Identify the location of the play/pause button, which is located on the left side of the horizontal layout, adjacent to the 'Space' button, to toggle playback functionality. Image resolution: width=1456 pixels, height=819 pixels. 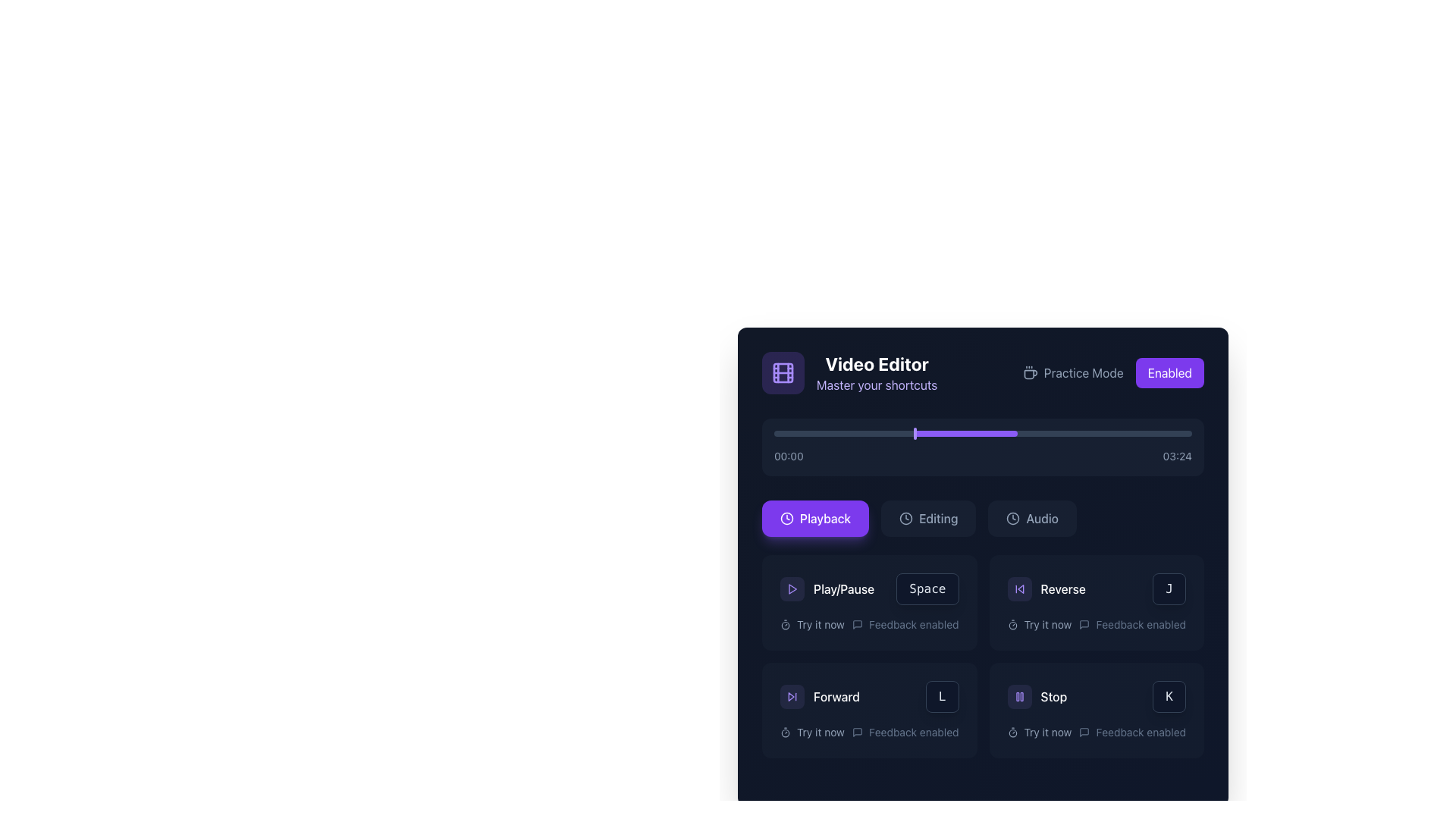
(827, 588).